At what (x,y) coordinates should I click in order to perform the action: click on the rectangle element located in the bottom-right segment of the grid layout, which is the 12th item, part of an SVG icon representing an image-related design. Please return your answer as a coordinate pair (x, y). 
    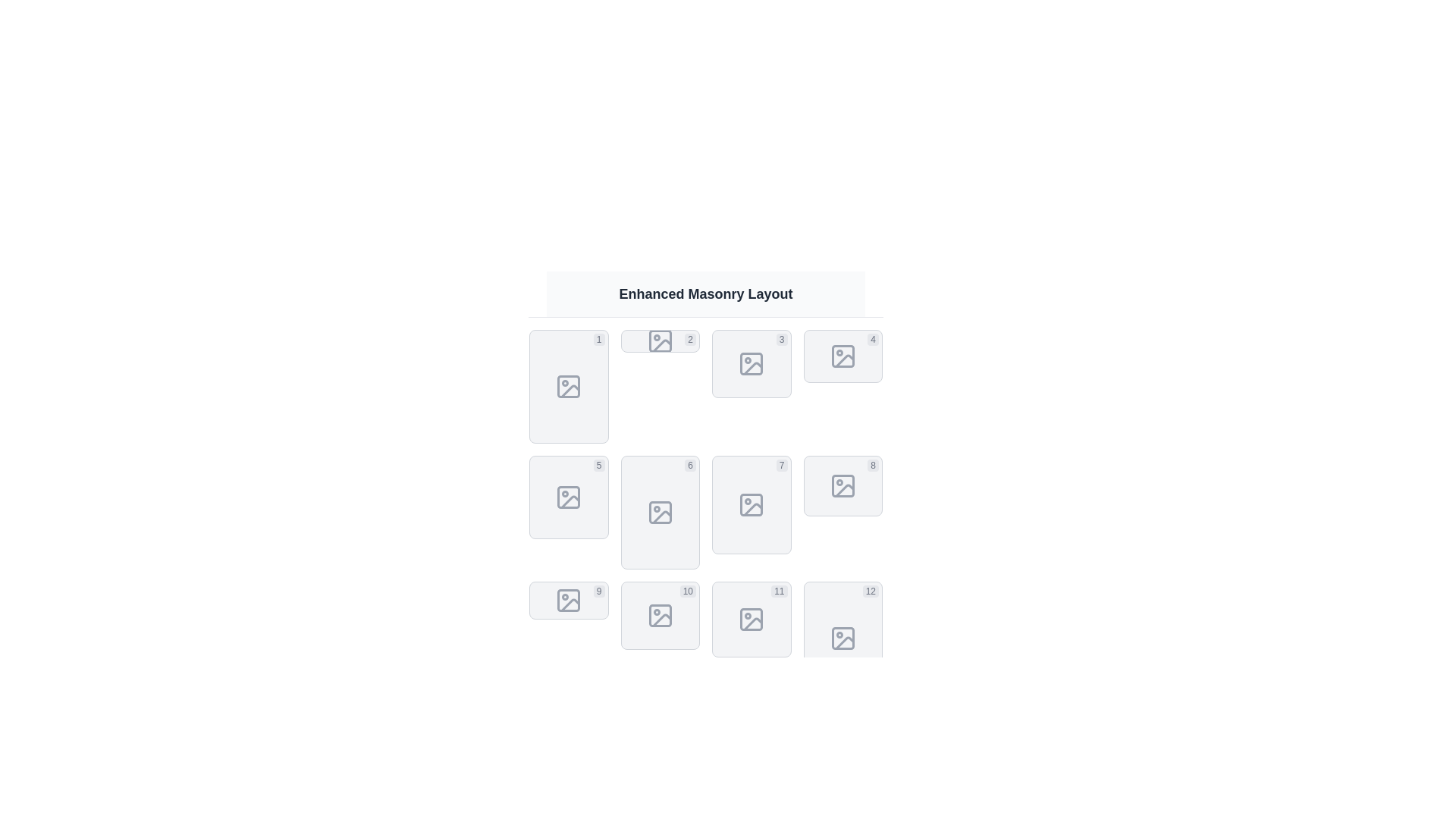
    Looking at the image, I should click on (842, 638).